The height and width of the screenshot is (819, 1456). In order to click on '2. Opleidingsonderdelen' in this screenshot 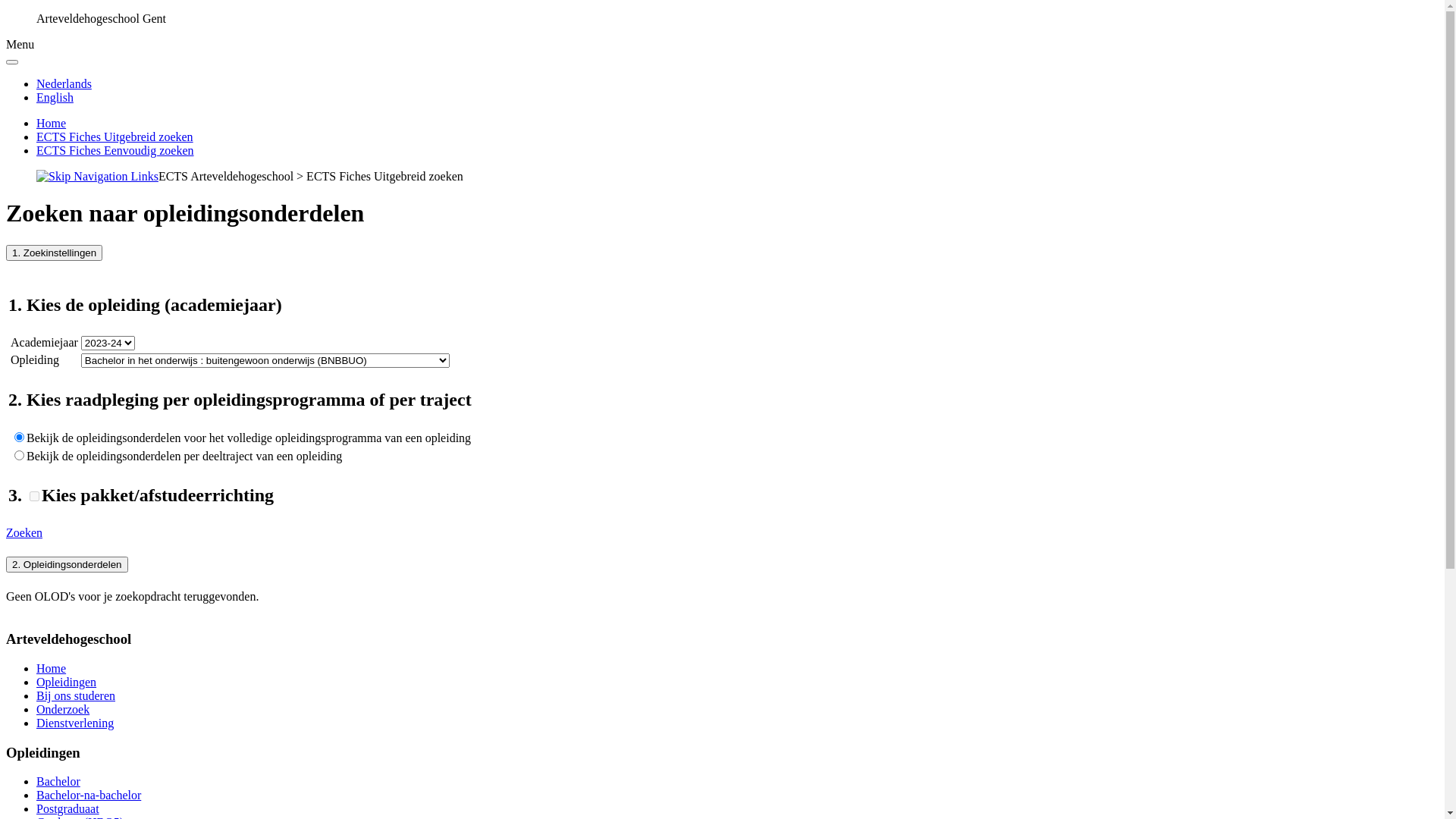, I will do `click(66, 564)`.